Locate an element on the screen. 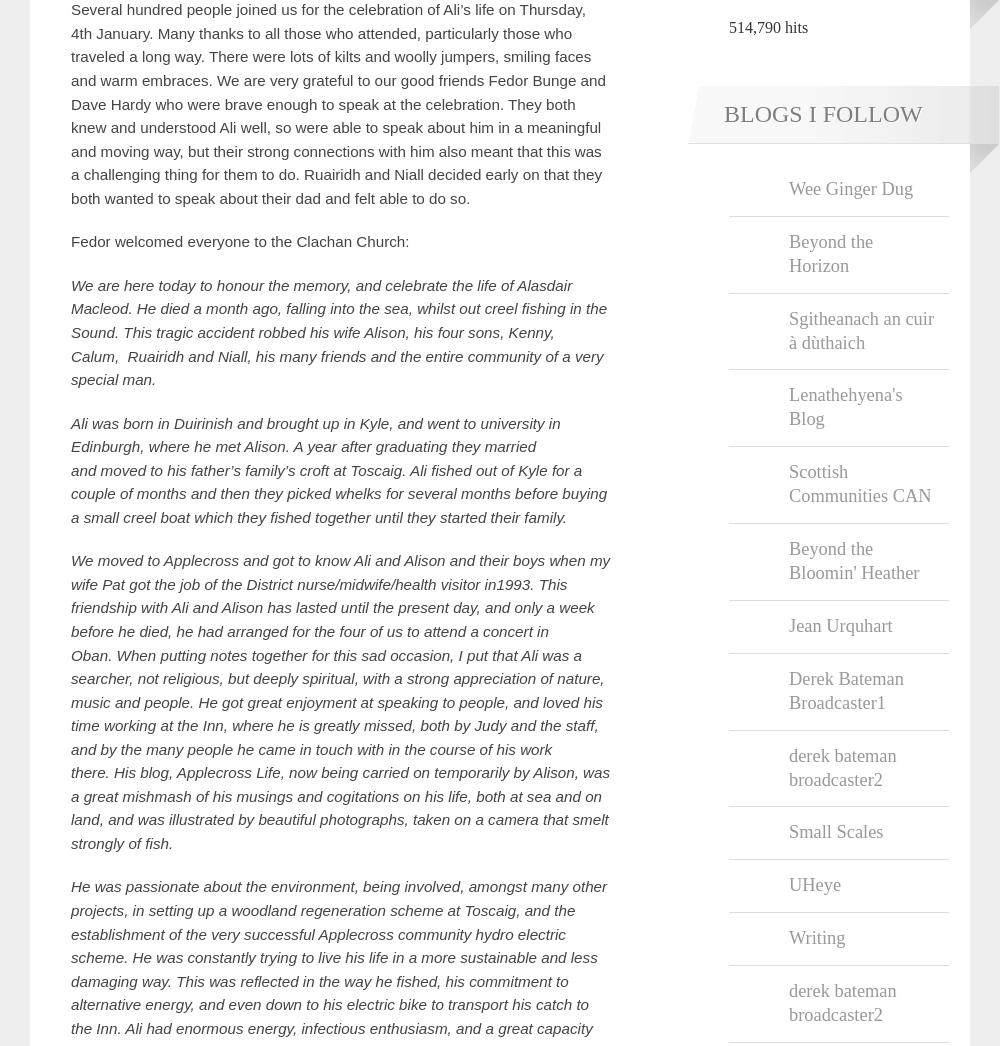 This screenshot has height=1046, width=1000. 'Fedor welcomed everyone to the Clachan Church:' is located at coordinates (239, 240).